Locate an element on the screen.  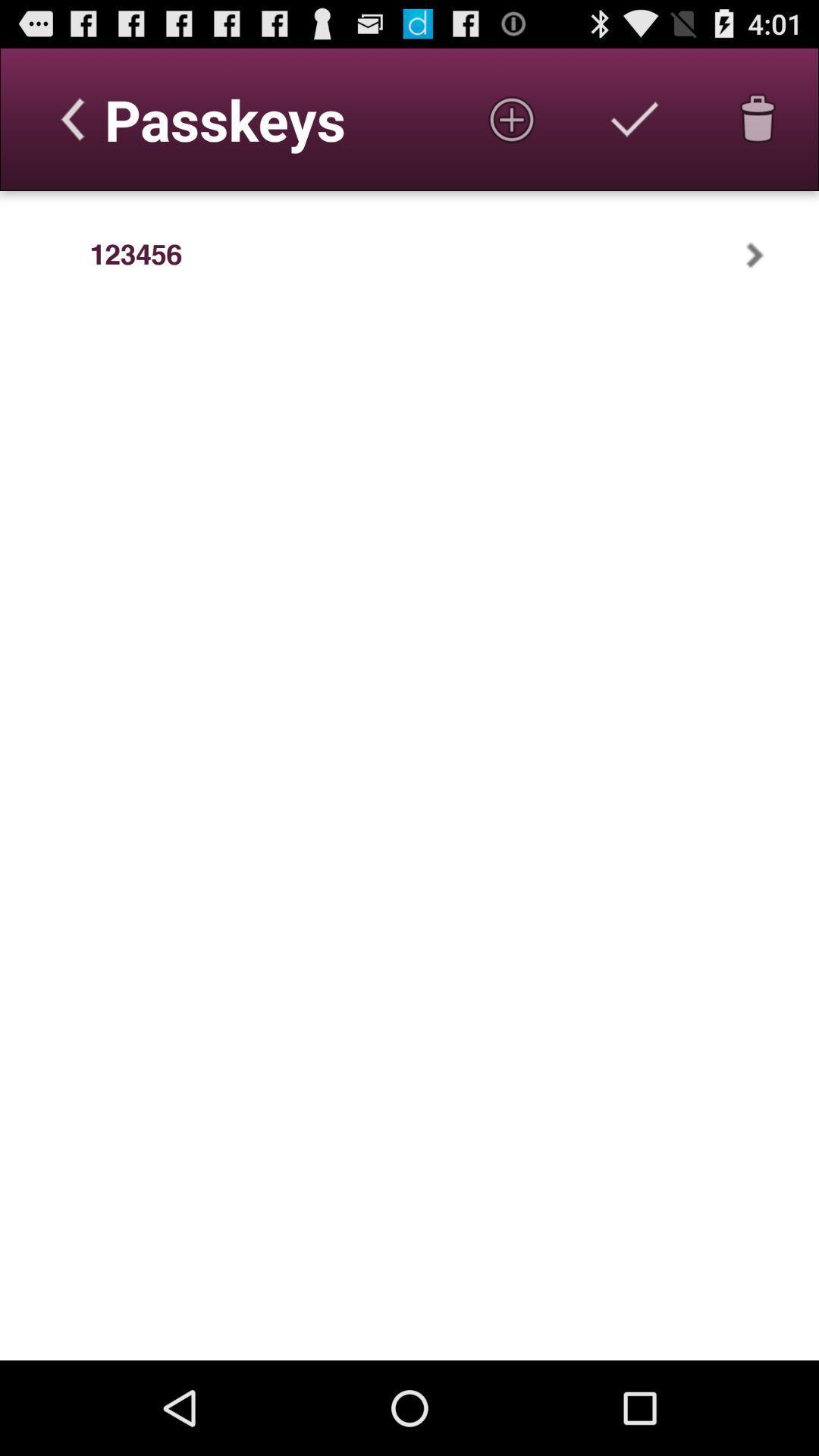
new is located at coordinates (512, 118).